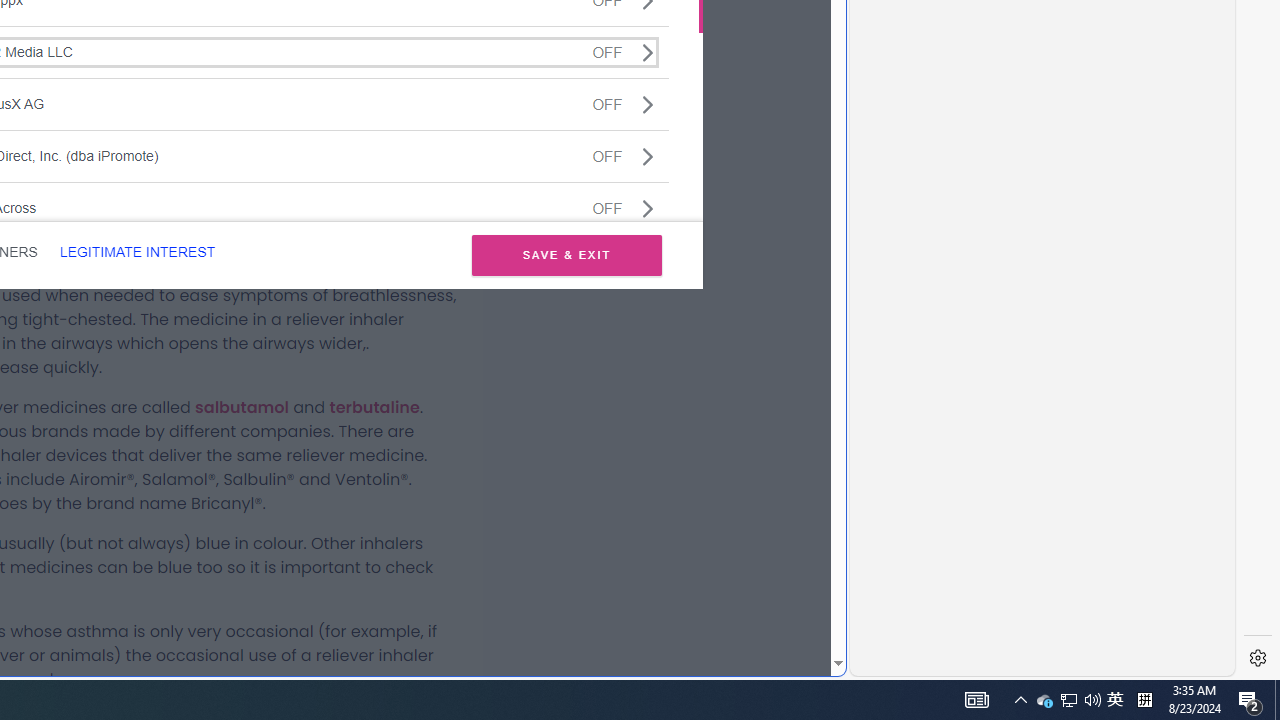  Describe the element at coordinates (374, 406) in the screenshot. I see `'terbutaline'` at that location.